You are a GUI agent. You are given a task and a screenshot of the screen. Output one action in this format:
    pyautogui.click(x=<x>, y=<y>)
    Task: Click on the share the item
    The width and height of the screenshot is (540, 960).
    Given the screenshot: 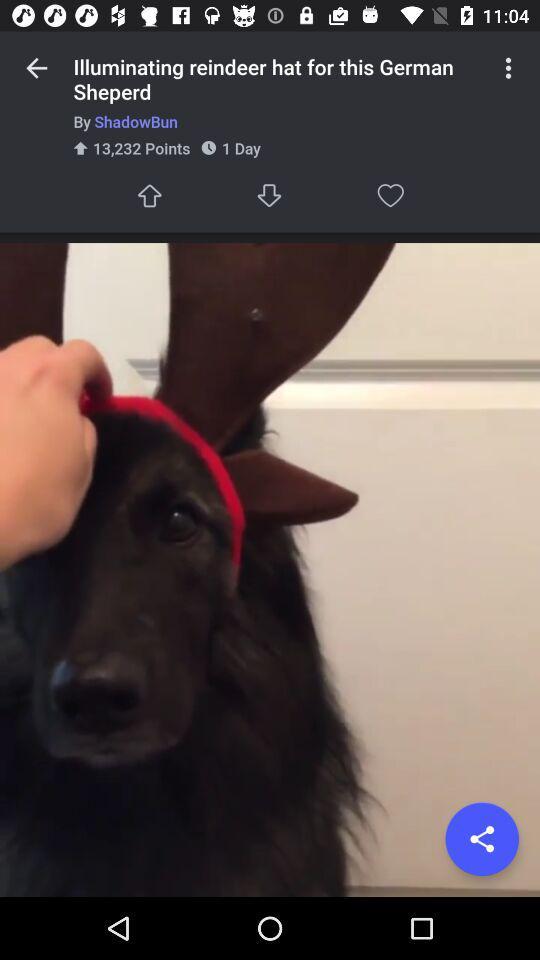 What is the action you would take?
    pyautogui.click(x=481, y=839)
    